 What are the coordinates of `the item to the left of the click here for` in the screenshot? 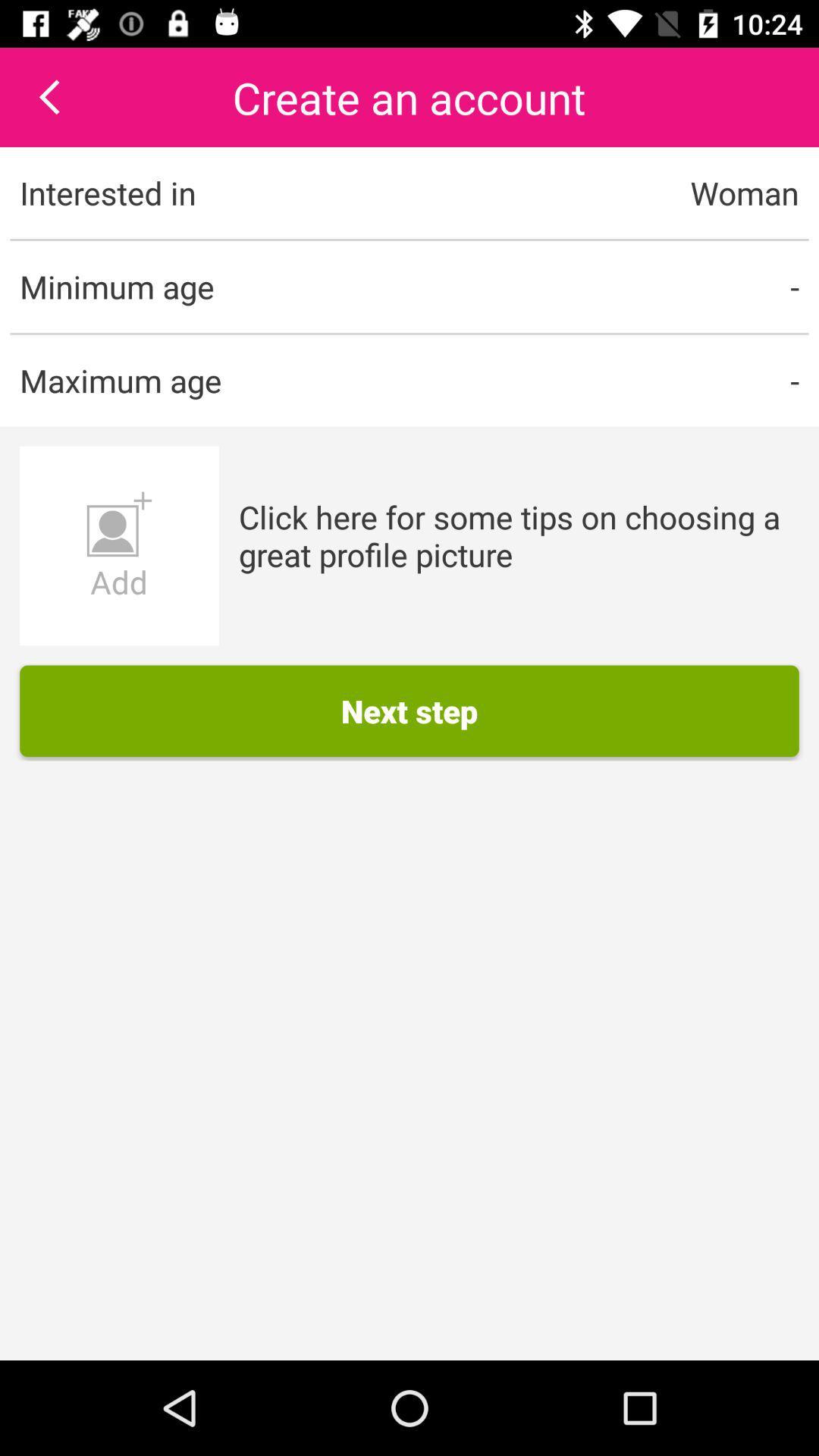 It's located at (118, 546).